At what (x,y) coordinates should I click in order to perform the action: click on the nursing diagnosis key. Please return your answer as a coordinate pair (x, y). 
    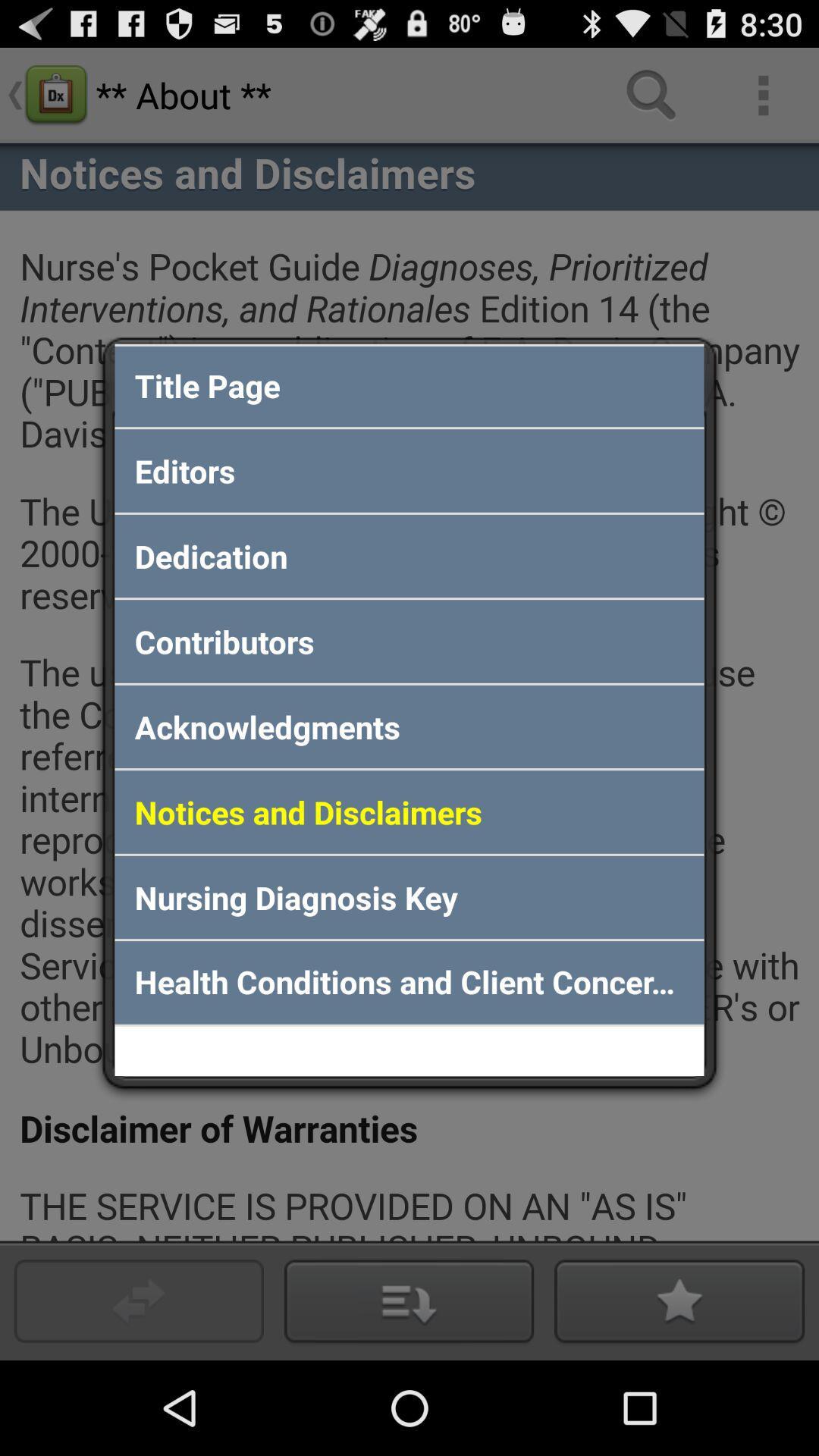
    Looking at the image, I should click on (409, 897).